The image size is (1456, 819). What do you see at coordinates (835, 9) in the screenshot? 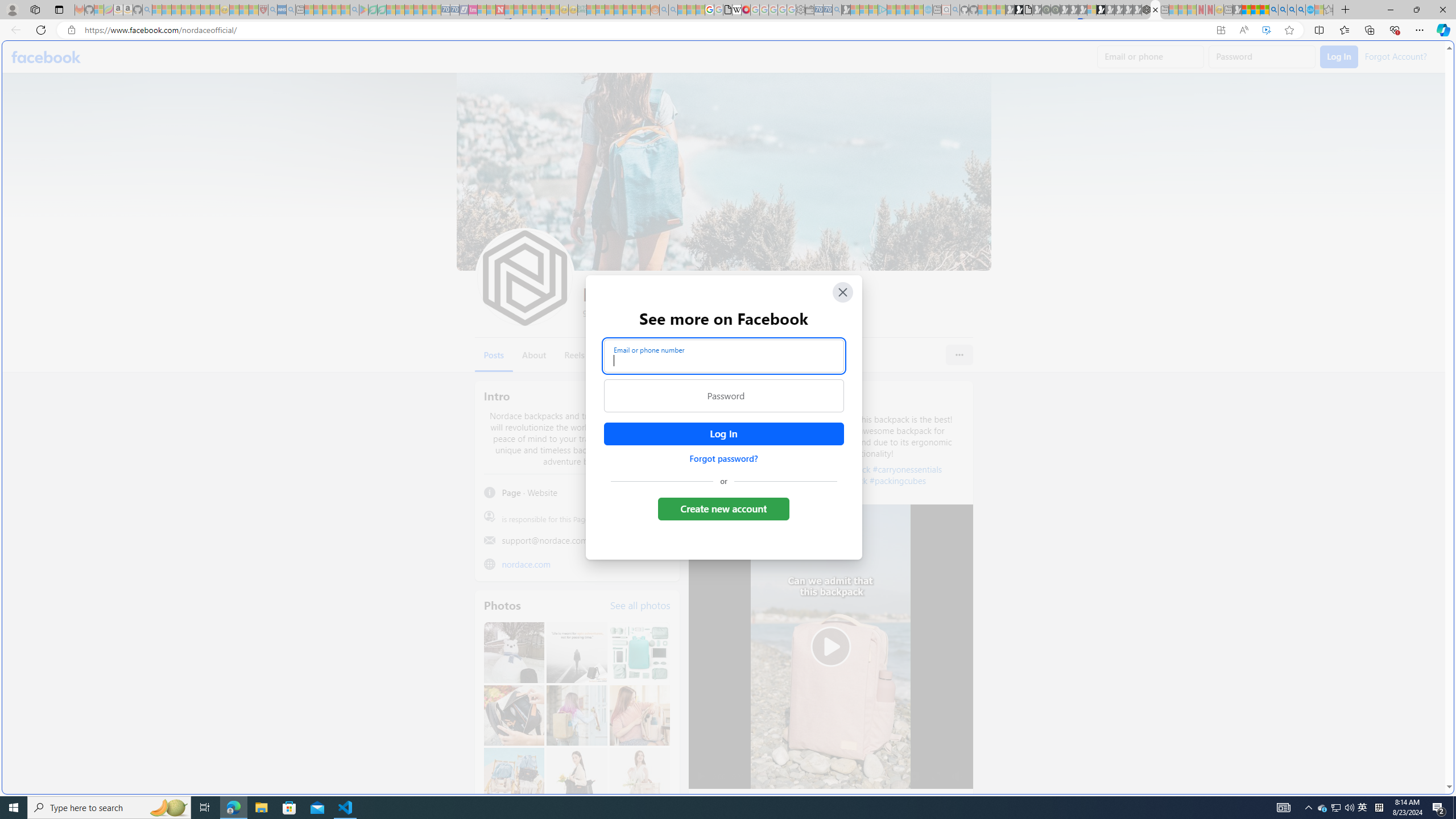
I see `'Bing Real Estate - Home sales and rental listings - Sleeping'` at bounding box center [835, 9].